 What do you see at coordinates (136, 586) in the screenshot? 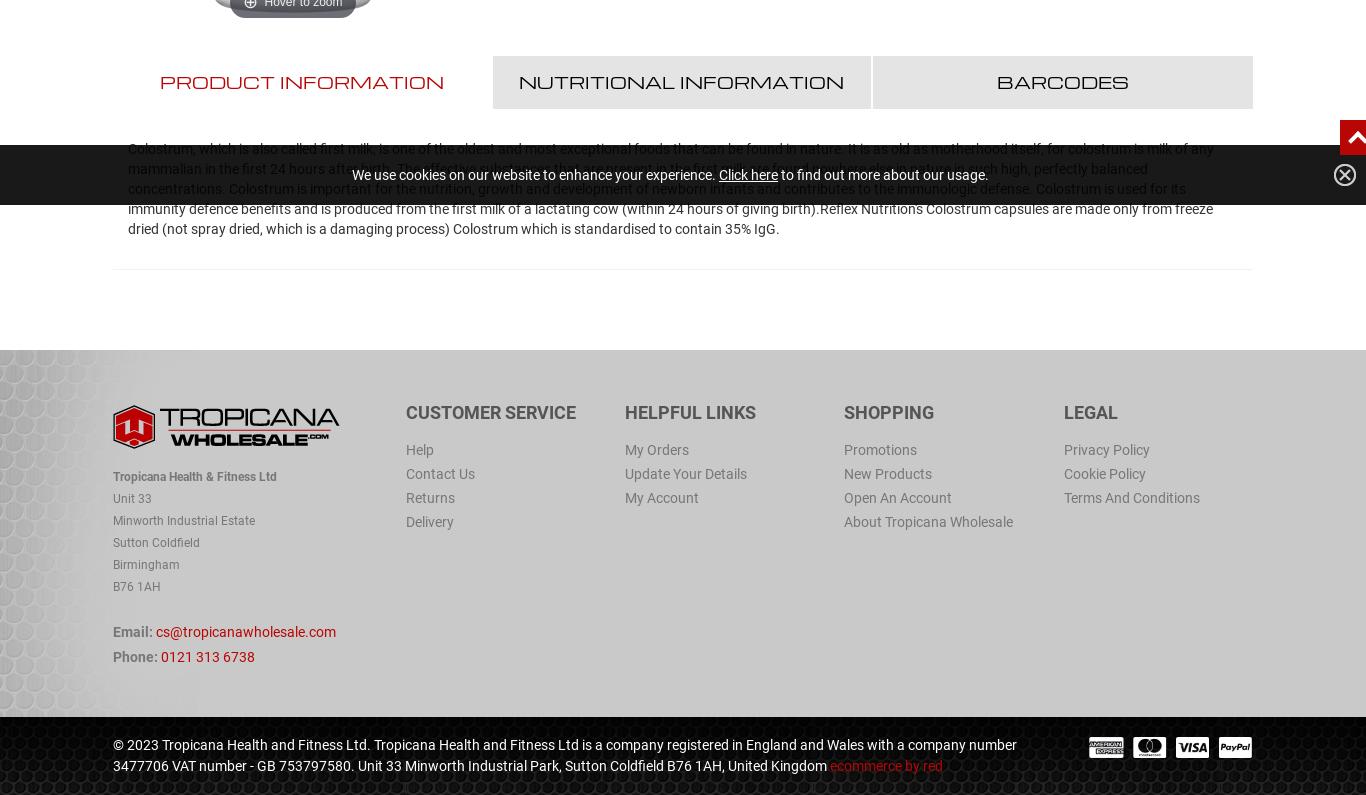
I see `'B76 1AH'` at bounding box center [136, 586].